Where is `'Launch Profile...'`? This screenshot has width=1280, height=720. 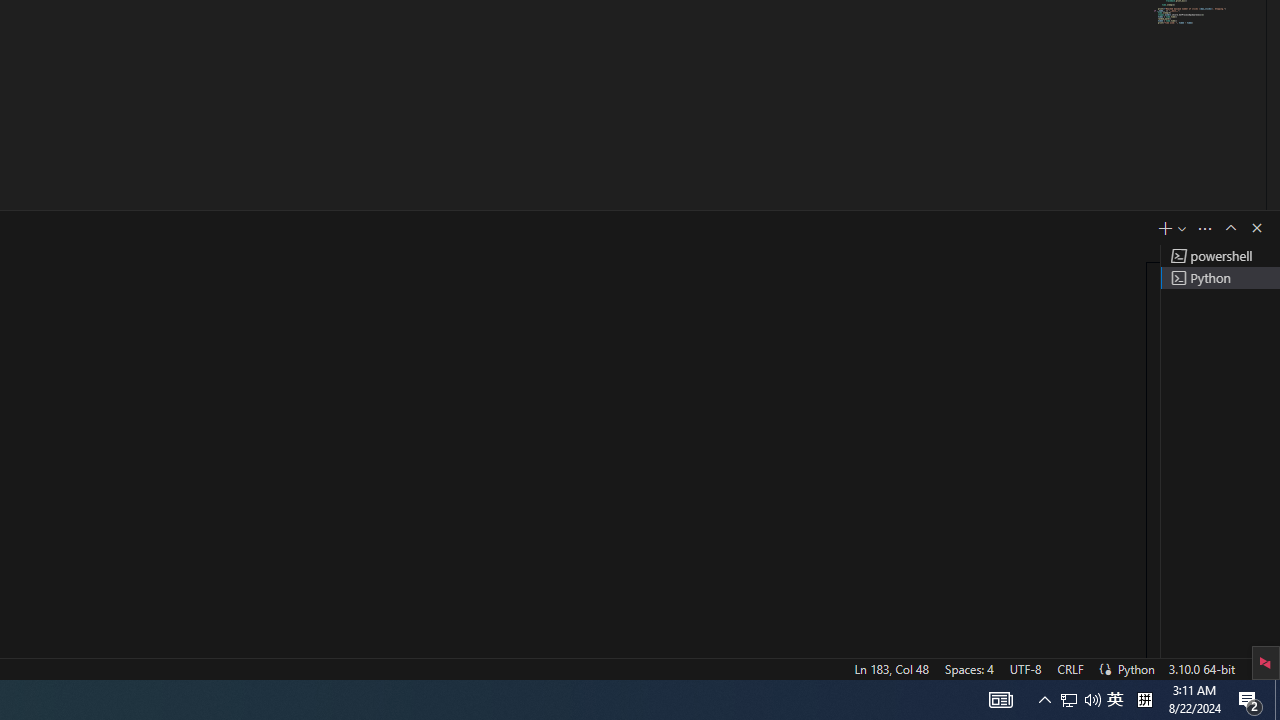 'Launch Profile...' is located at coordinates (1182, 227).